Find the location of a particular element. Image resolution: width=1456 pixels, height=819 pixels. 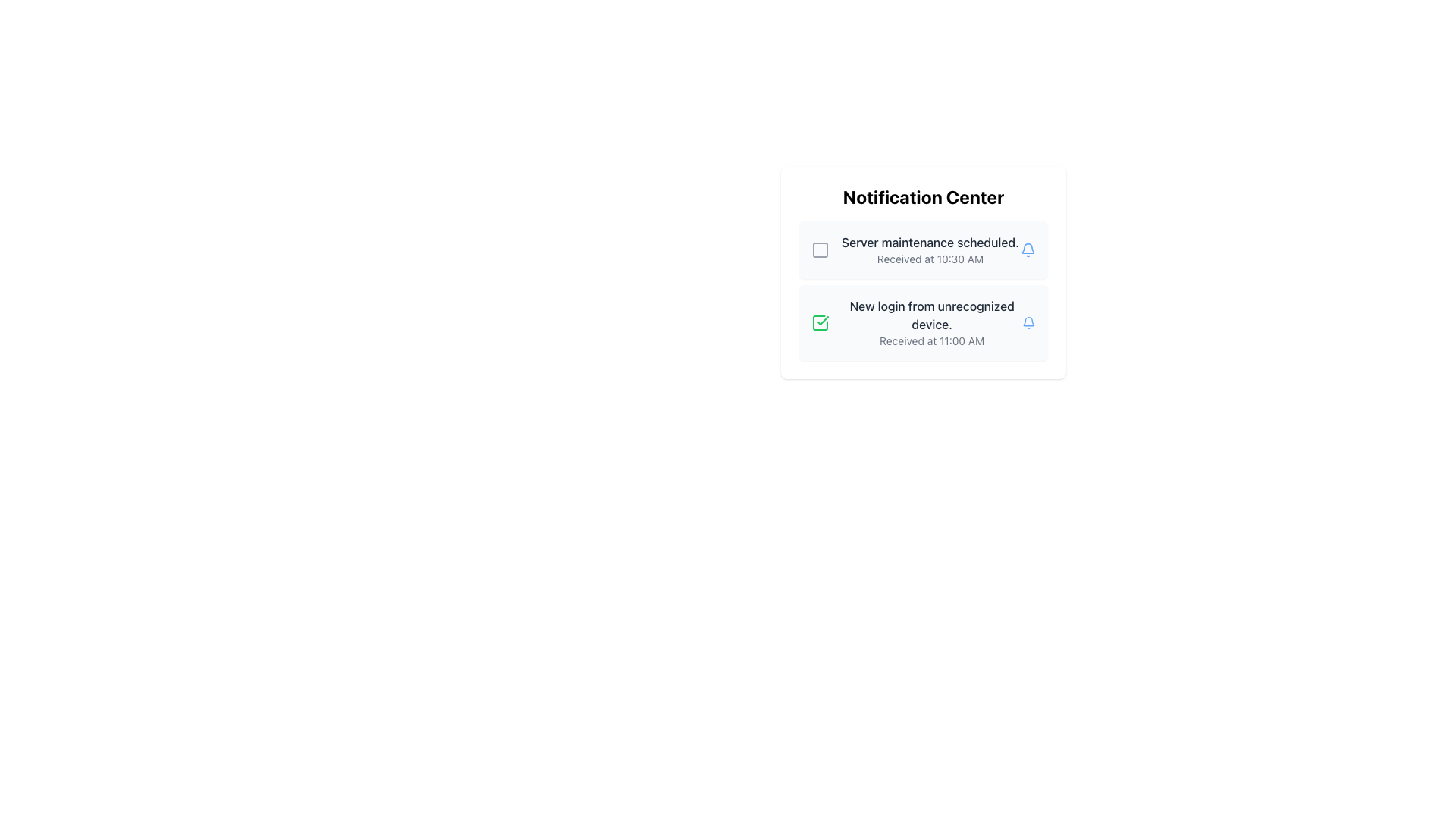

the blue bell icon located in the notification center, adjacent to the text 'Server maintenance scheduled' is located at coordinates (1028, 247).